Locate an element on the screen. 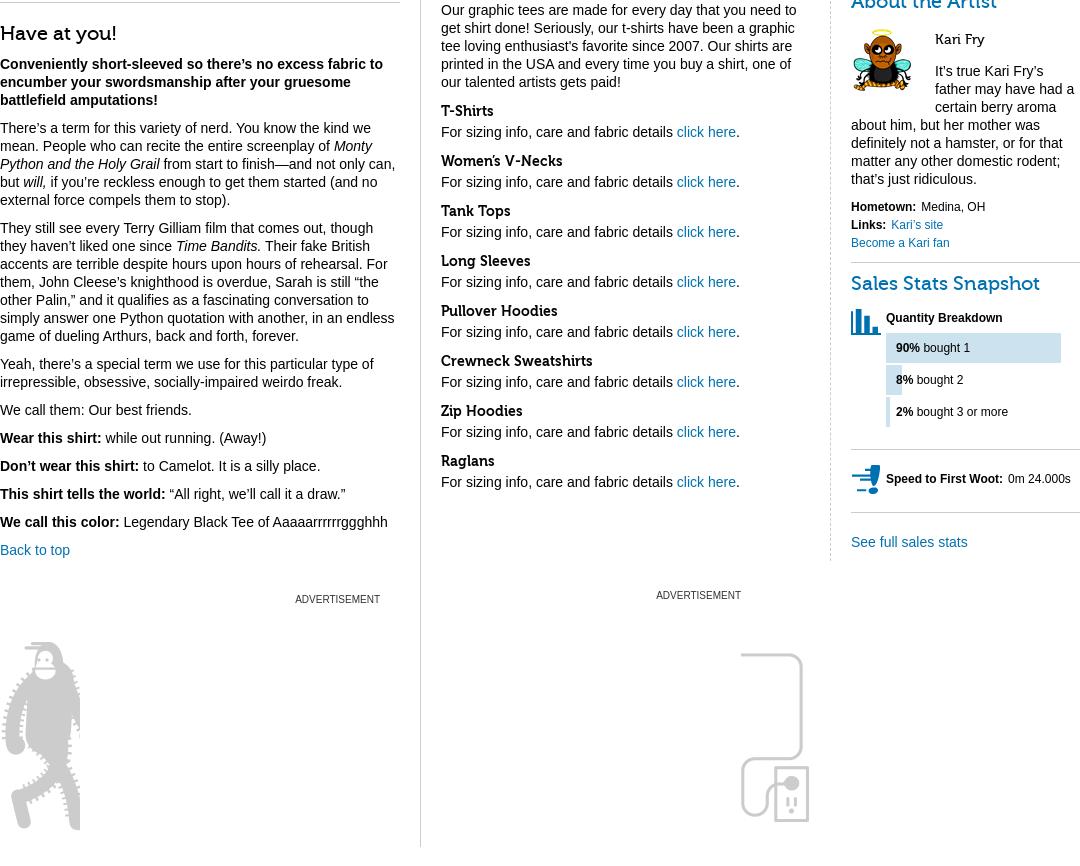 The height and width of the screenshot is (866, 1080). 'to Camelot. It is a silly place.' is located at coordinates (228, 465).